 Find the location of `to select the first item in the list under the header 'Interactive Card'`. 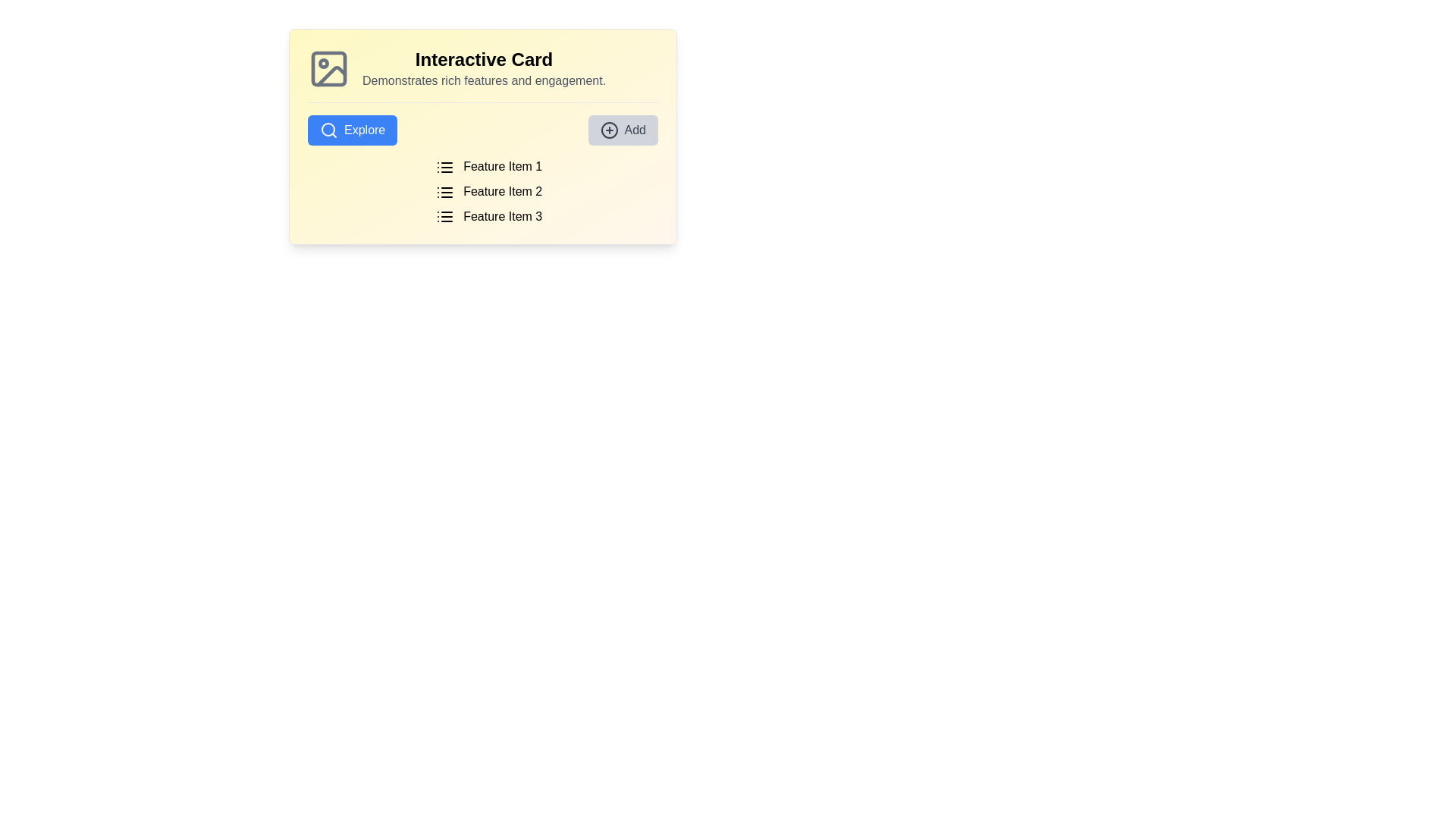

to select the first item in the list under the header 'Interactive Card' is located at coordinates (488, 166).